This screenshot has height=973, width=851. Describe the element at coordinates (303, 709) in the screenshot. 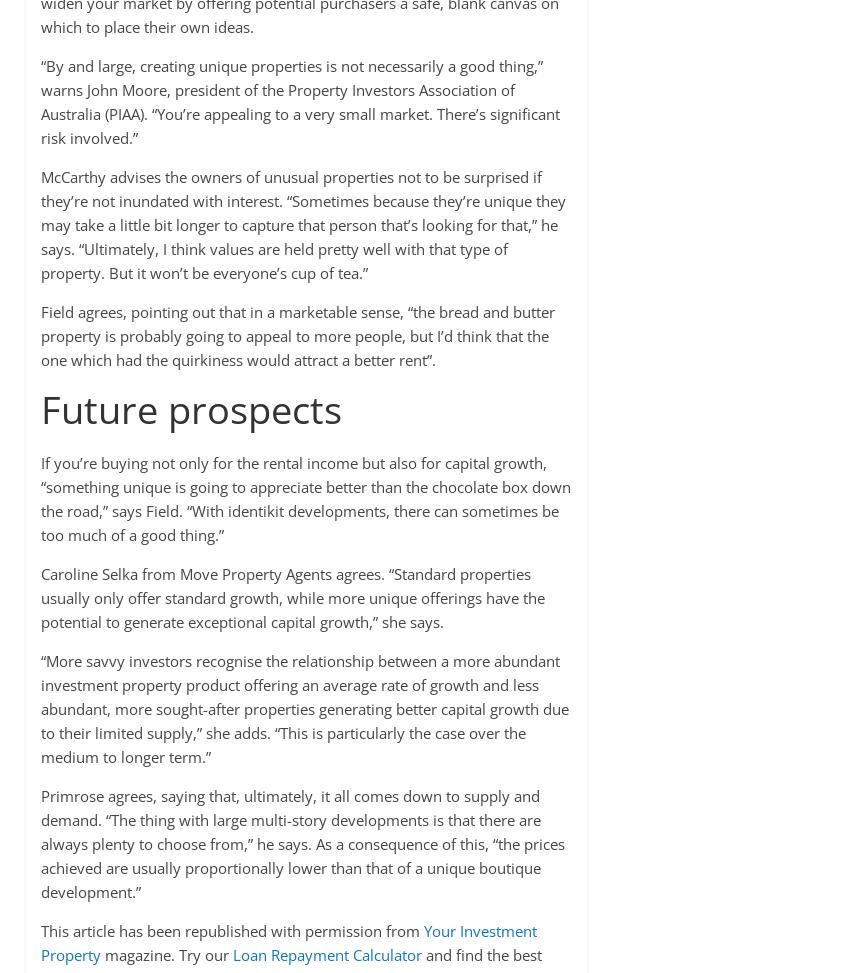

I see `'“More savvy investors recognise the relationship between a more abundant investment property product offering an average rate of growth and less abundant, more sought-after properties generating better capital growth due to their limited supply,” she adds. “This is particularly the case over the medium to longer term.”'` at that location.